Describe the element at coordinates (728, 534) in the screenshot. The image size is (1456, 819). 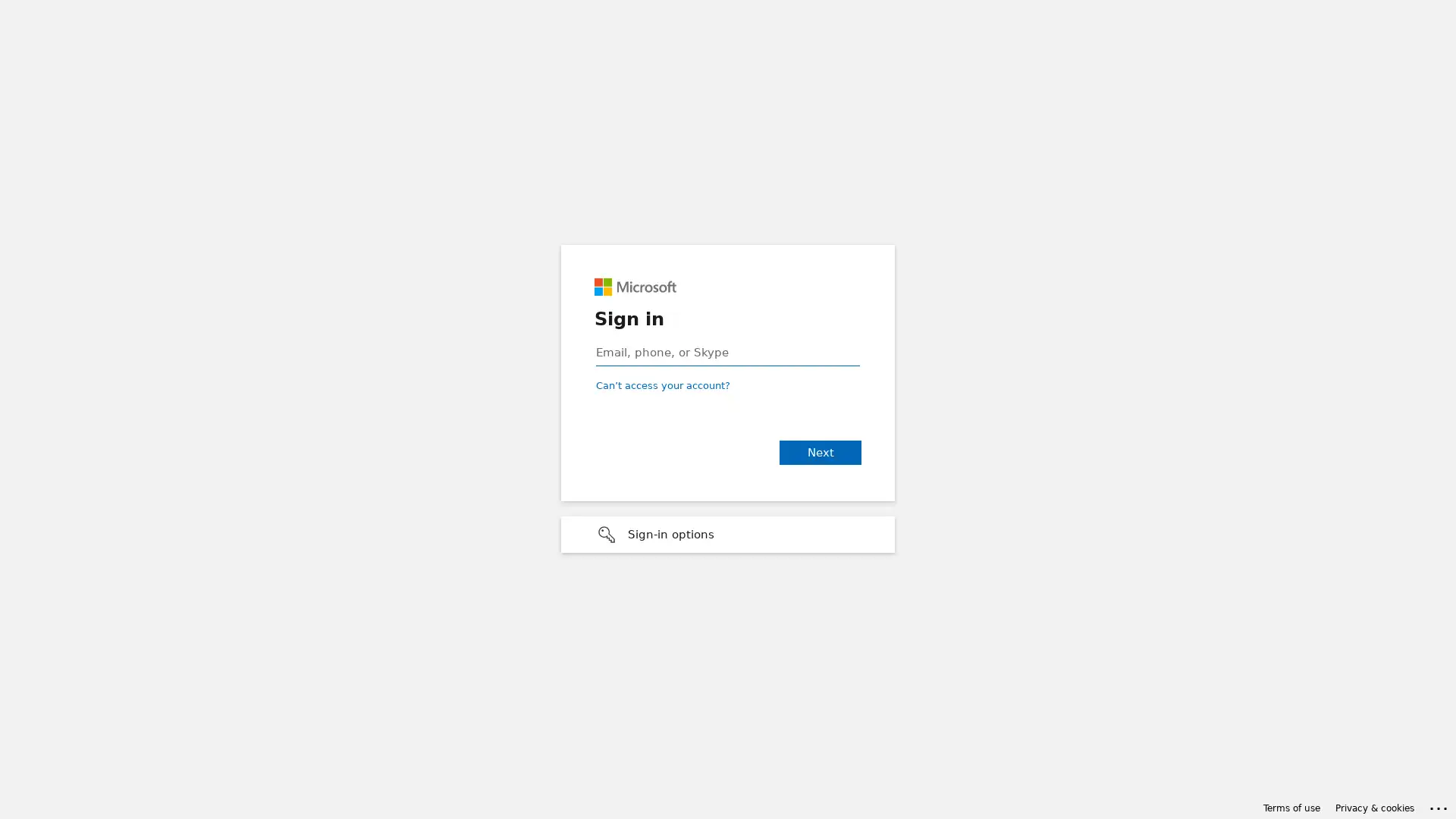
I see `Sign-in options` at that location.